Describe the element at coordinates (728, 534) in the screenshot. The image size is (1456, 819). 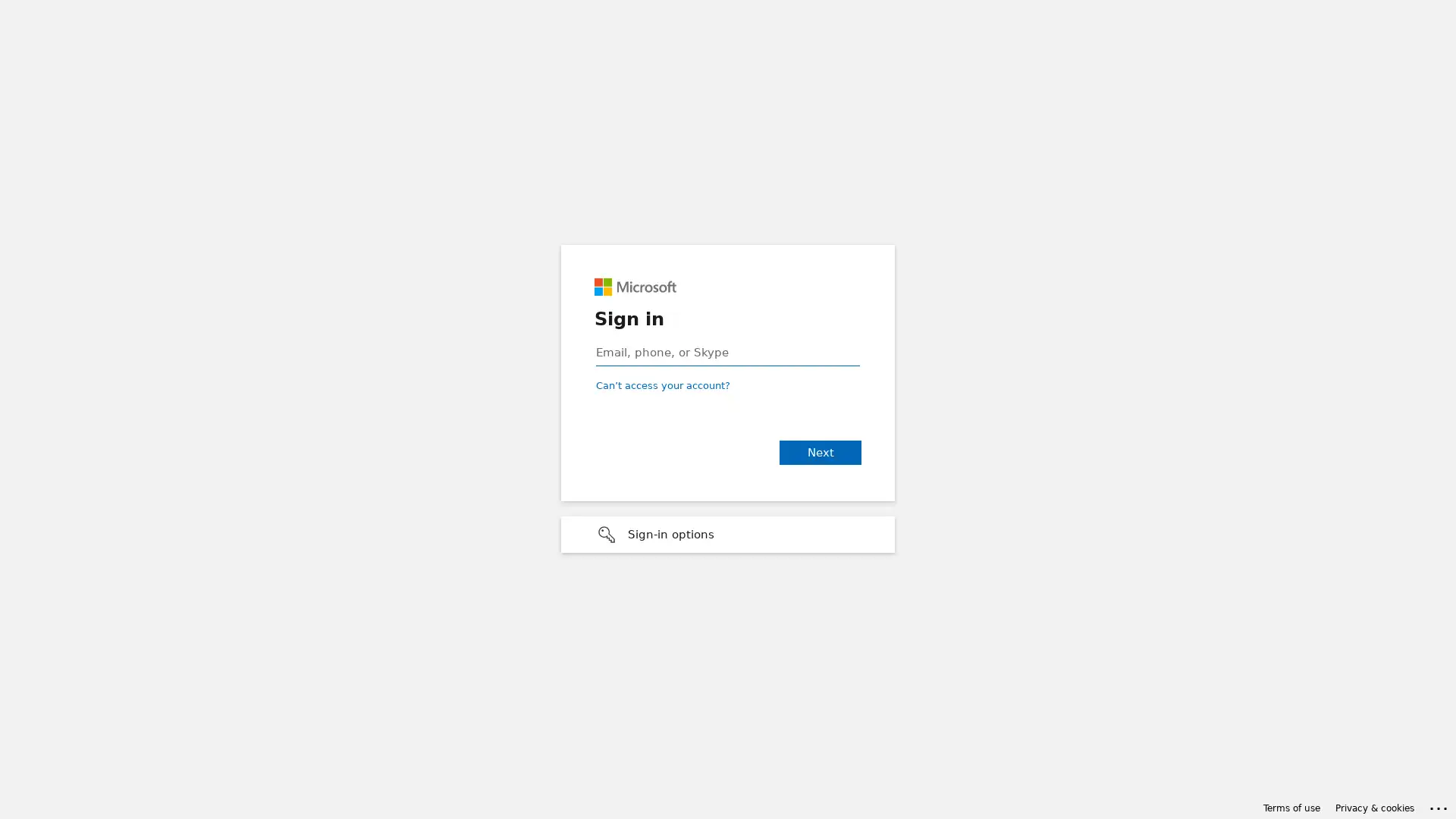
I see `Sign-in options` at that location.